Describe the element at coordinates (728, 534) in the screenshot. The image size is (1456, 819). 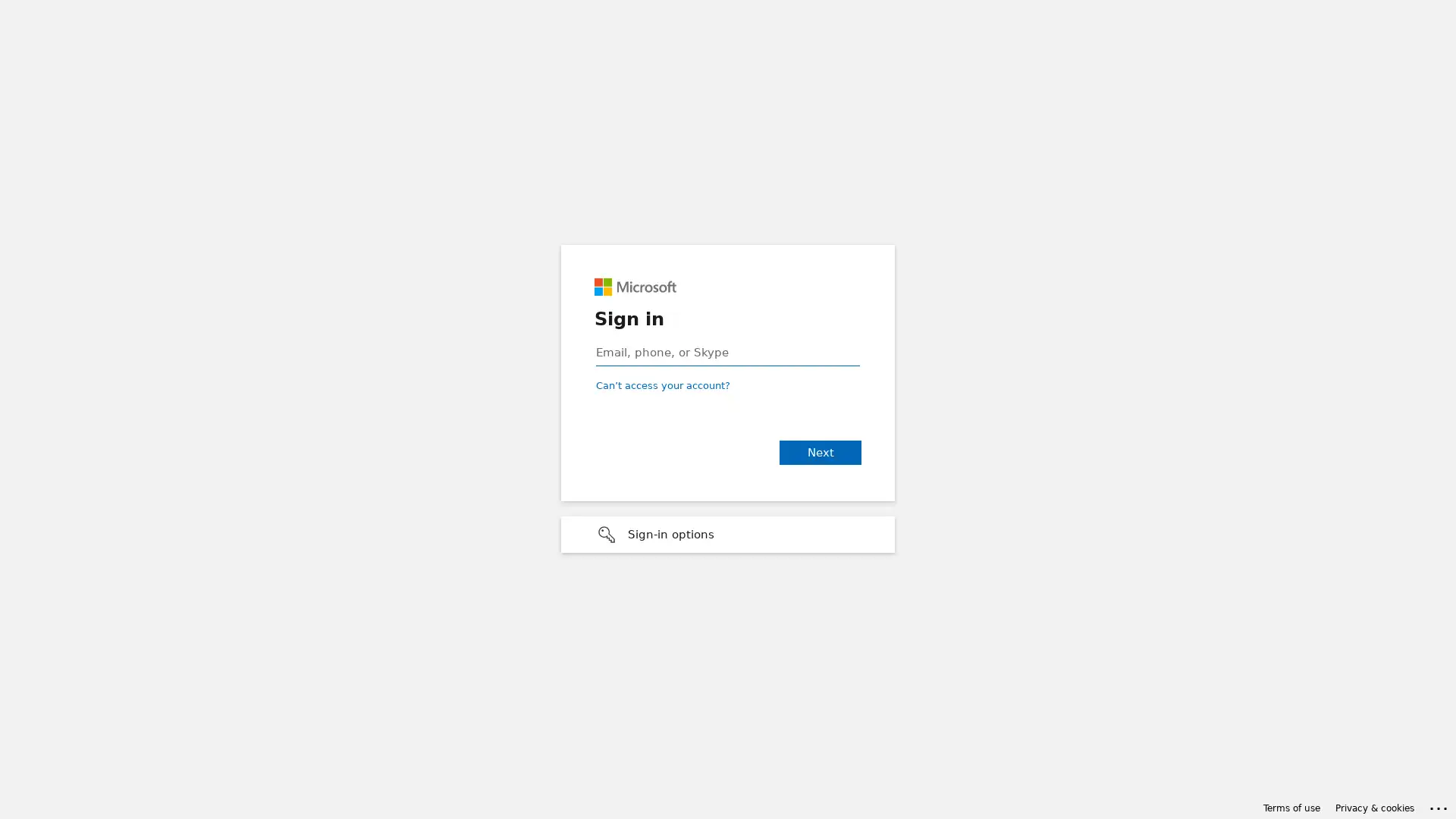
I see `Sign-in options` at that location.